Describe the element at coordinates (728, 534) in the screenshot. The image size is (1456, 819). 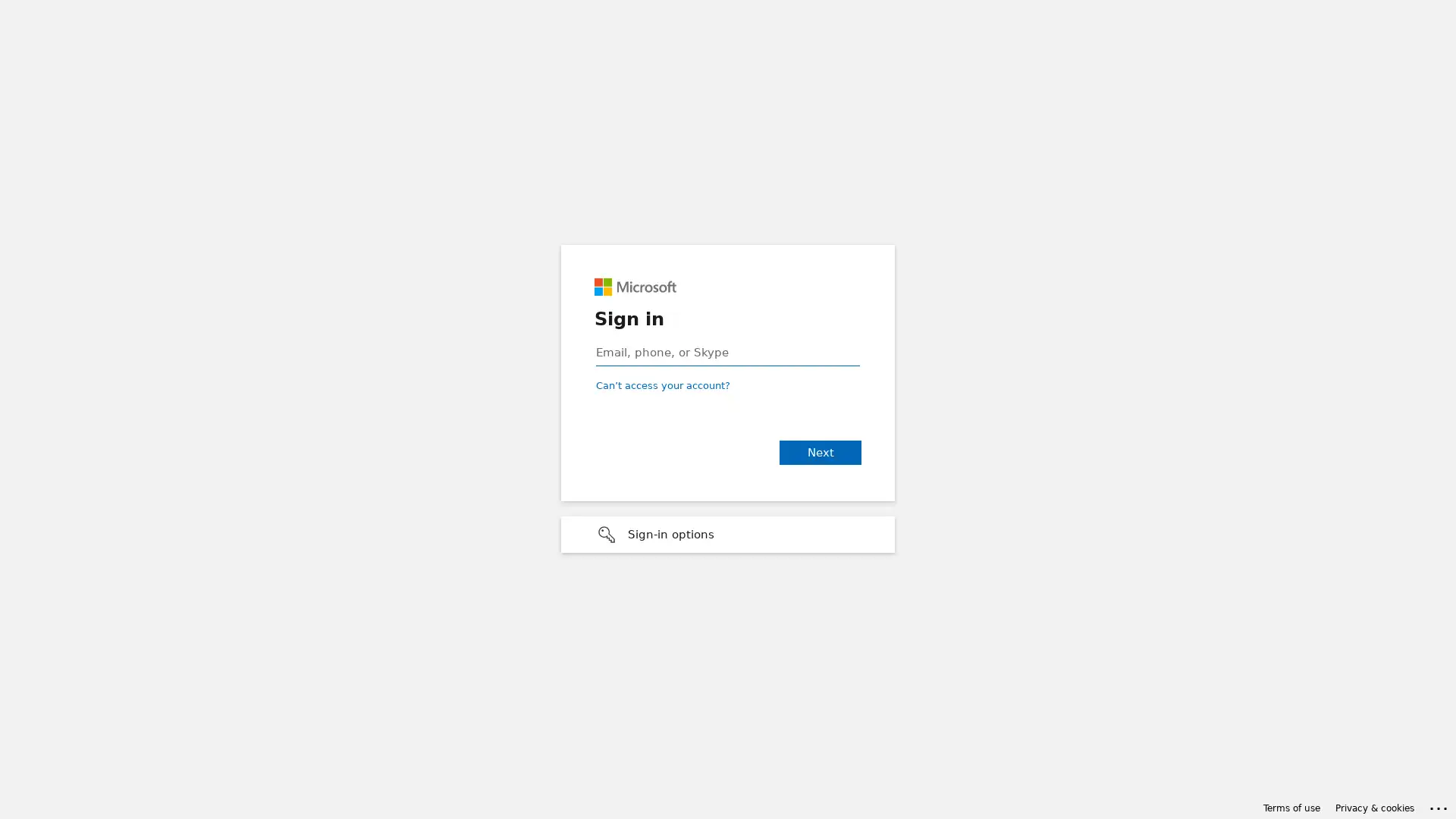
I see `Sign-in options` at that location.